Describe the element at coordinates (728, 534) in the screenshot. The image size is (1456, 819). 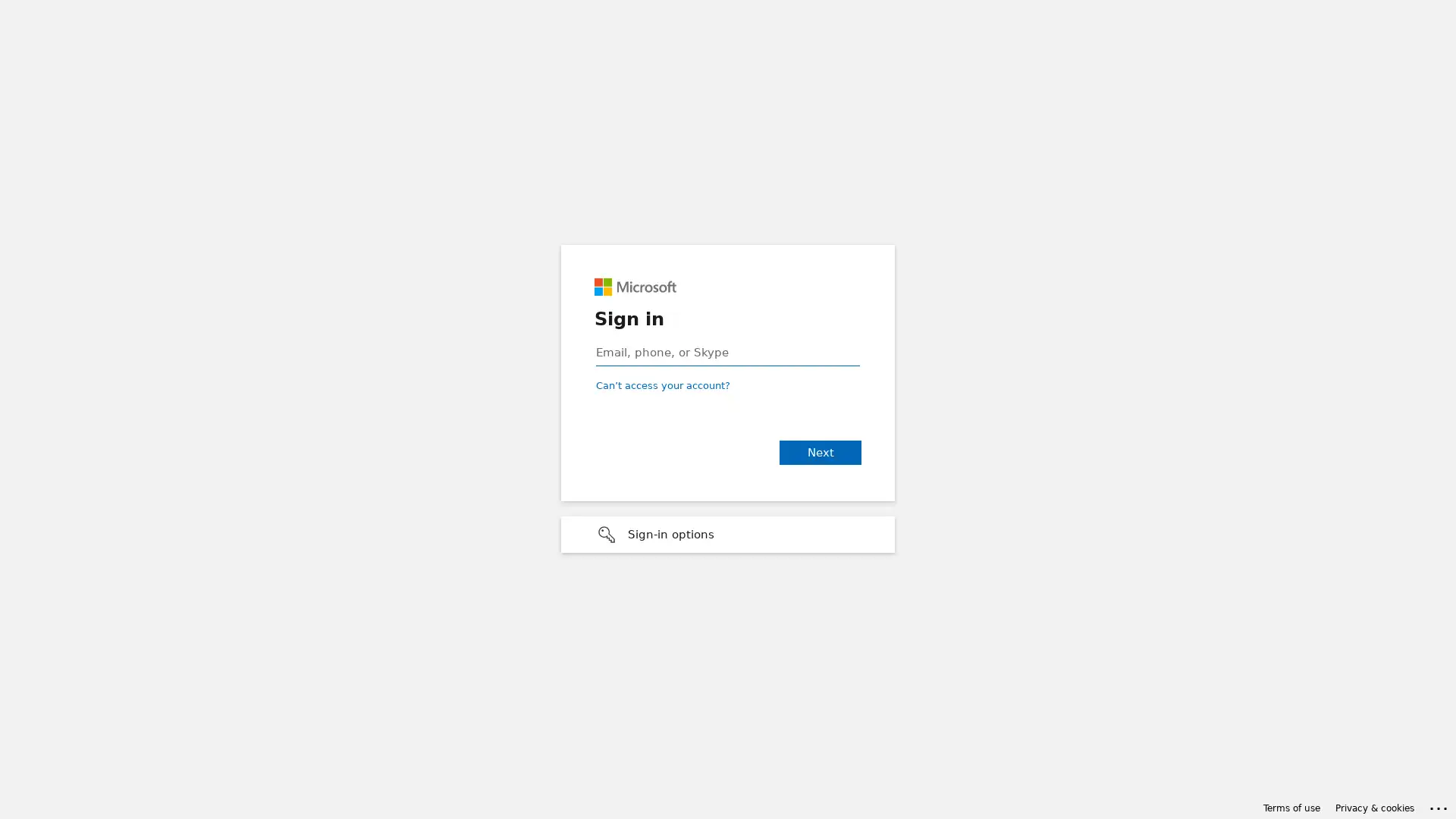
I see `Sign-in options` at that location.